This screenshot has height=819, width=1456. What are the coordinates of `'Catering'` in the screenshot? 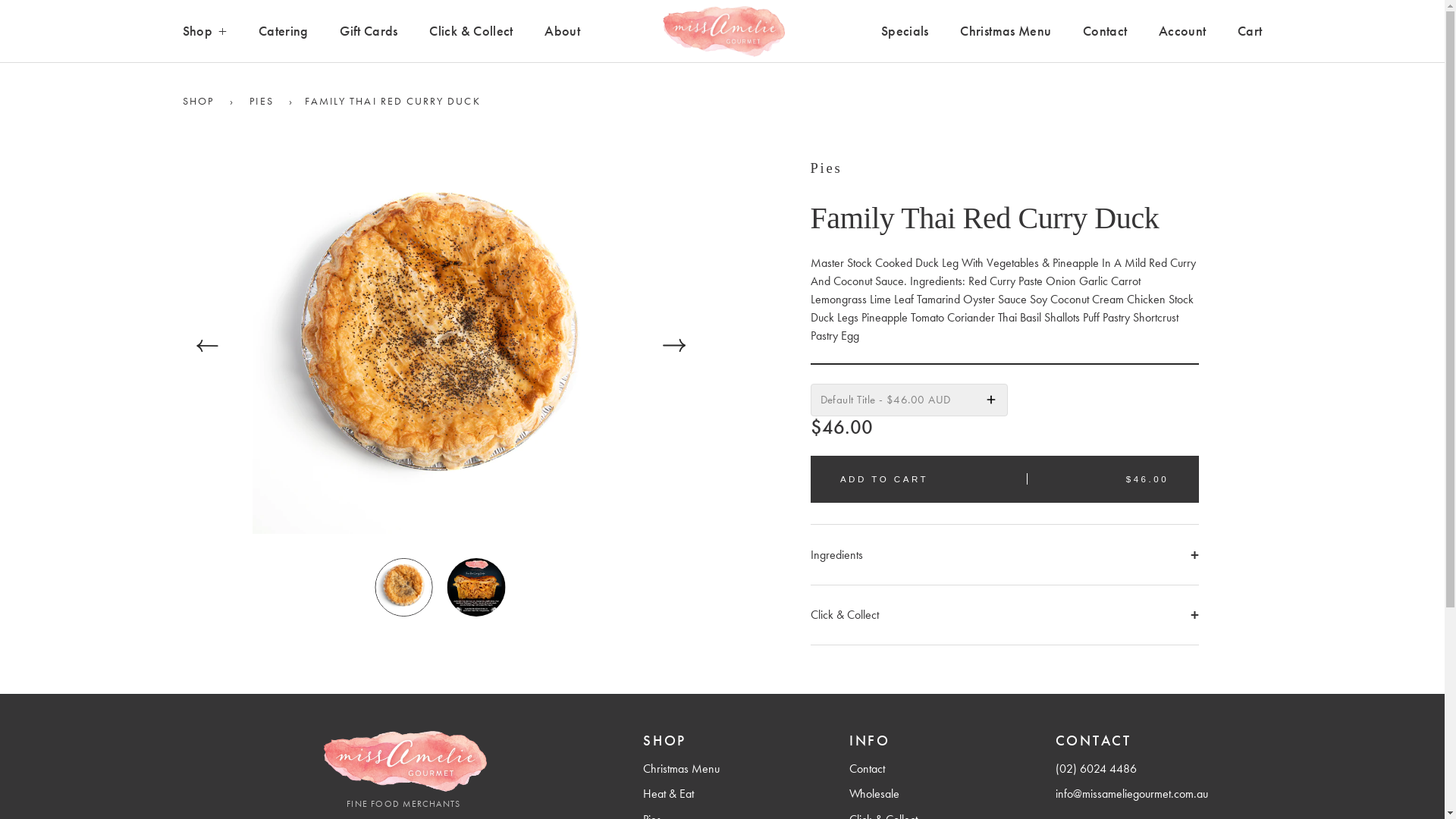 It's located at (284, 31).